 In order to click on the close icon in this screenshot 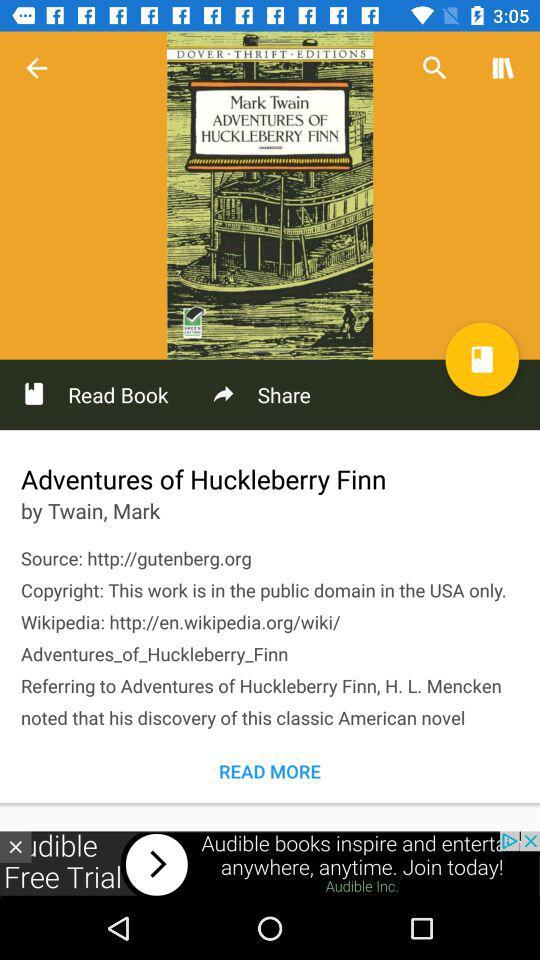, I will do `click(14, 846)`.